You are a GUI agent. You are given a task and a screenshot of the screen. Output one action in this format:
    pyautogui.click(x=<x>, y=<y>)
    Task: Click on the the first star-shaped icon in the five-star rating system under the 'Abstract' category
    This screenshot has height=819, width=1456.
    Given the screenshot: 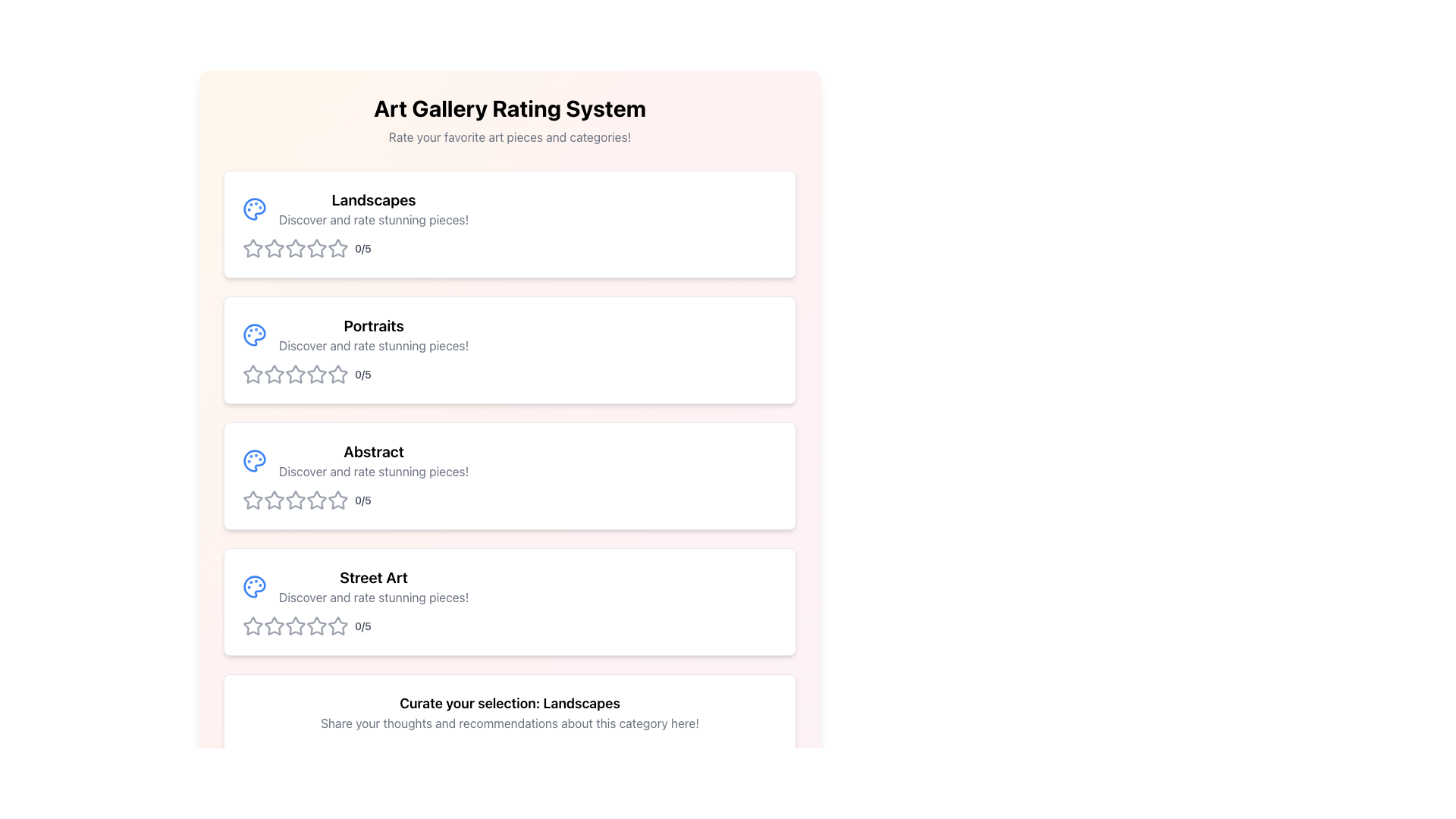 What is the action you would take?
    pyautogui.click(x=253, y=500)
    